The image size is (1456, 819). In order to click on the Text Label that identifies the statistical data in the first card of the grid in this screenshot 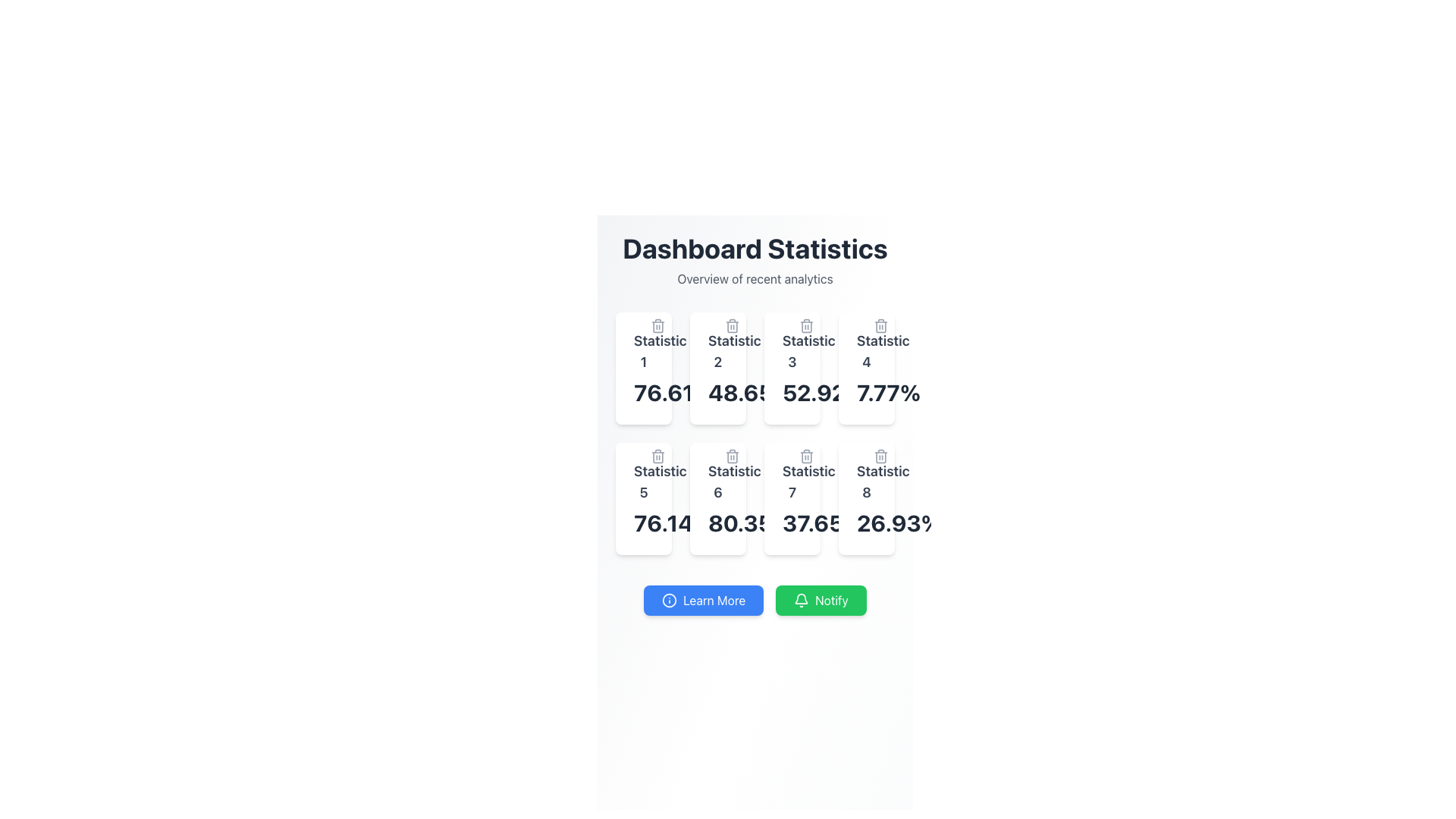, I will do `click(644, 351)`.